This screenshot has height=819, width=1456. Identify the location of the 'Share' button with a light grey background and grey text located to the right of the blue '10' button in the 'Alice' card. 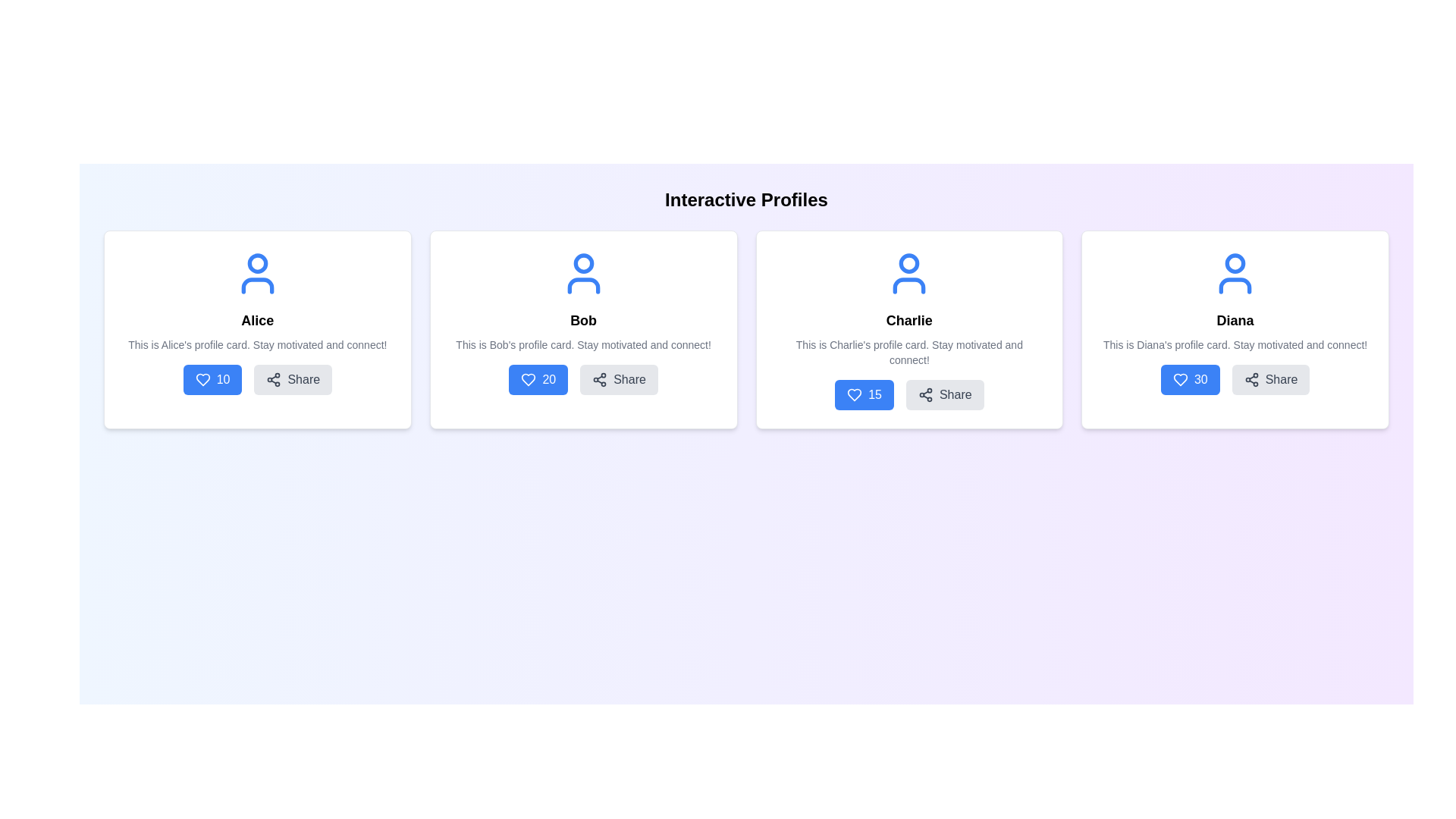
(257, 379).